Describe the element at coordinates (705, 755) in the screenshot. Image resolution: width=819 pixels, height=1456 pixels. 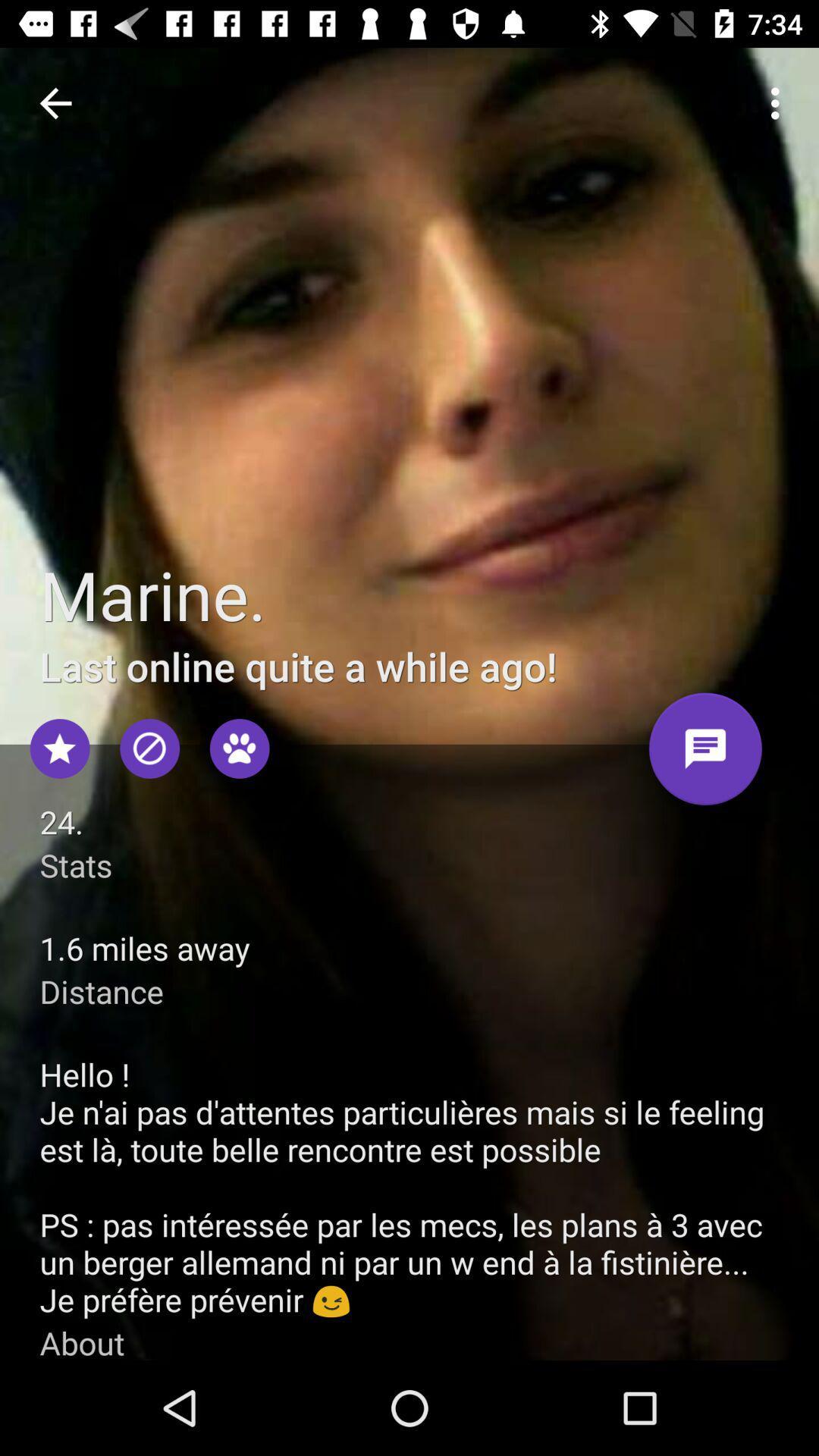
I see `open text box` at that location.